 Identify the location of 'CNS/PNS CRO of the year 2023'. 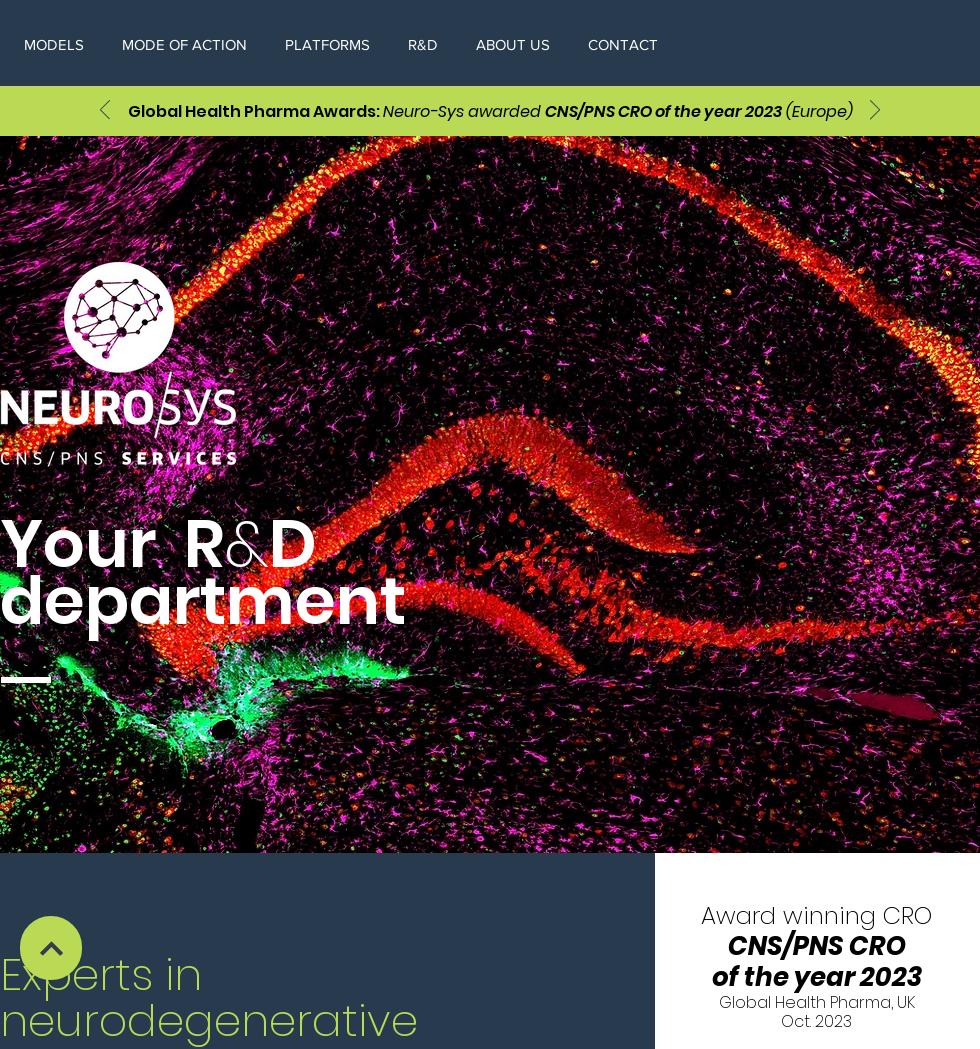
(662, 110).